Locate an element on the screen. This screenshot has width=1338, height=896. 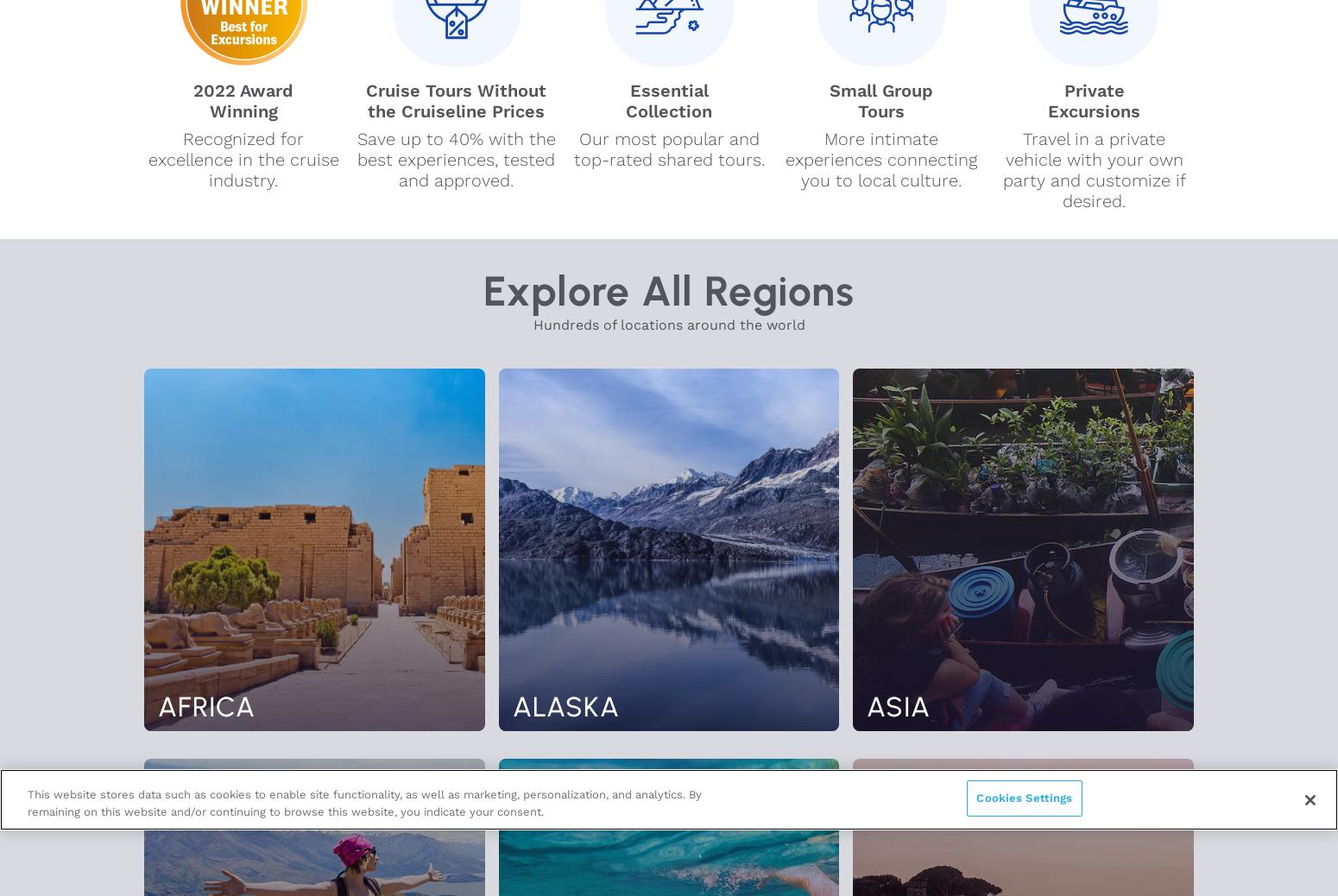
'Explore All Regions' is located at coordinates (668, 290).